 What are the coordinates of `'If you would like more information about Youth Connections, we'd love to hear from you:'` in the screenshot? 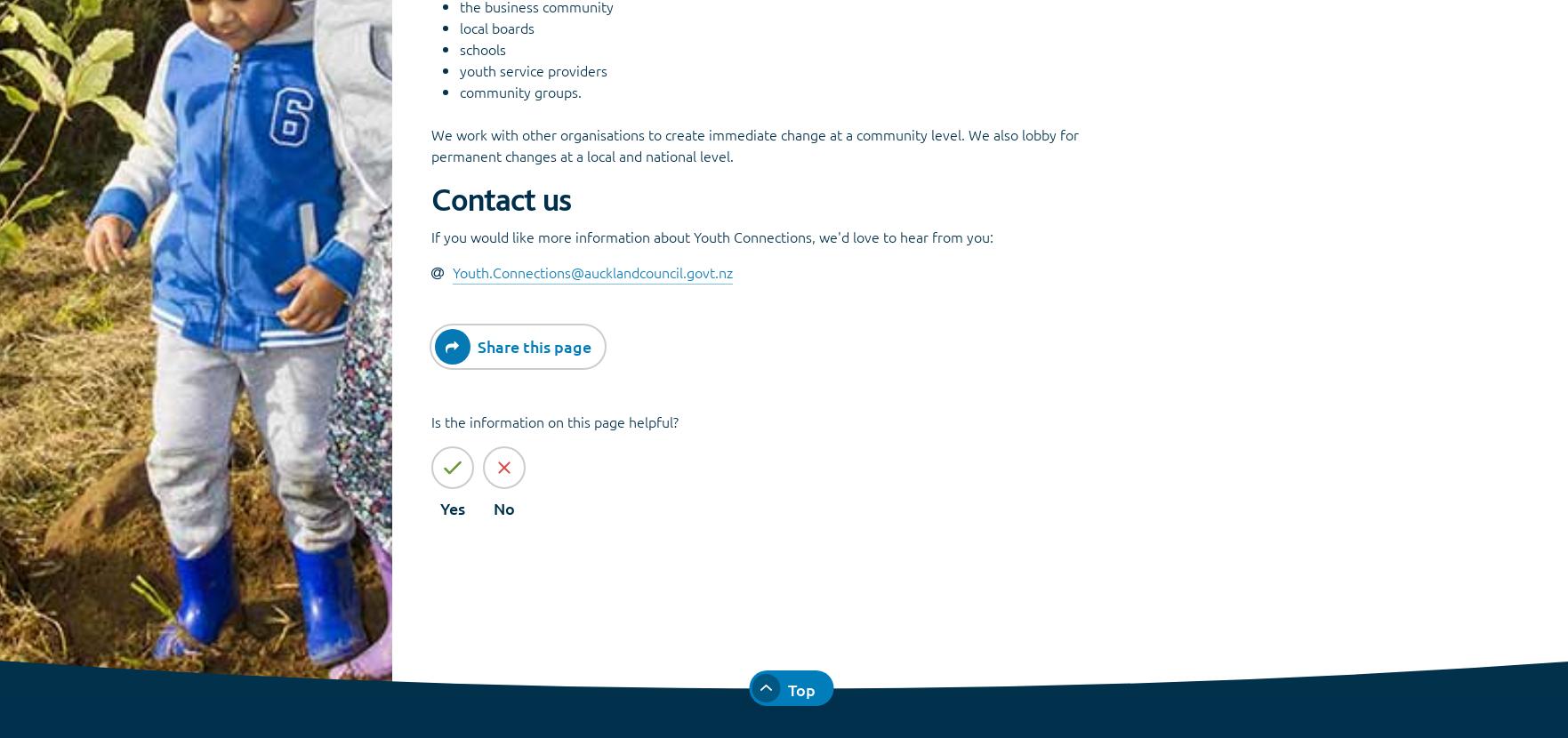 It's located at (430, 237).